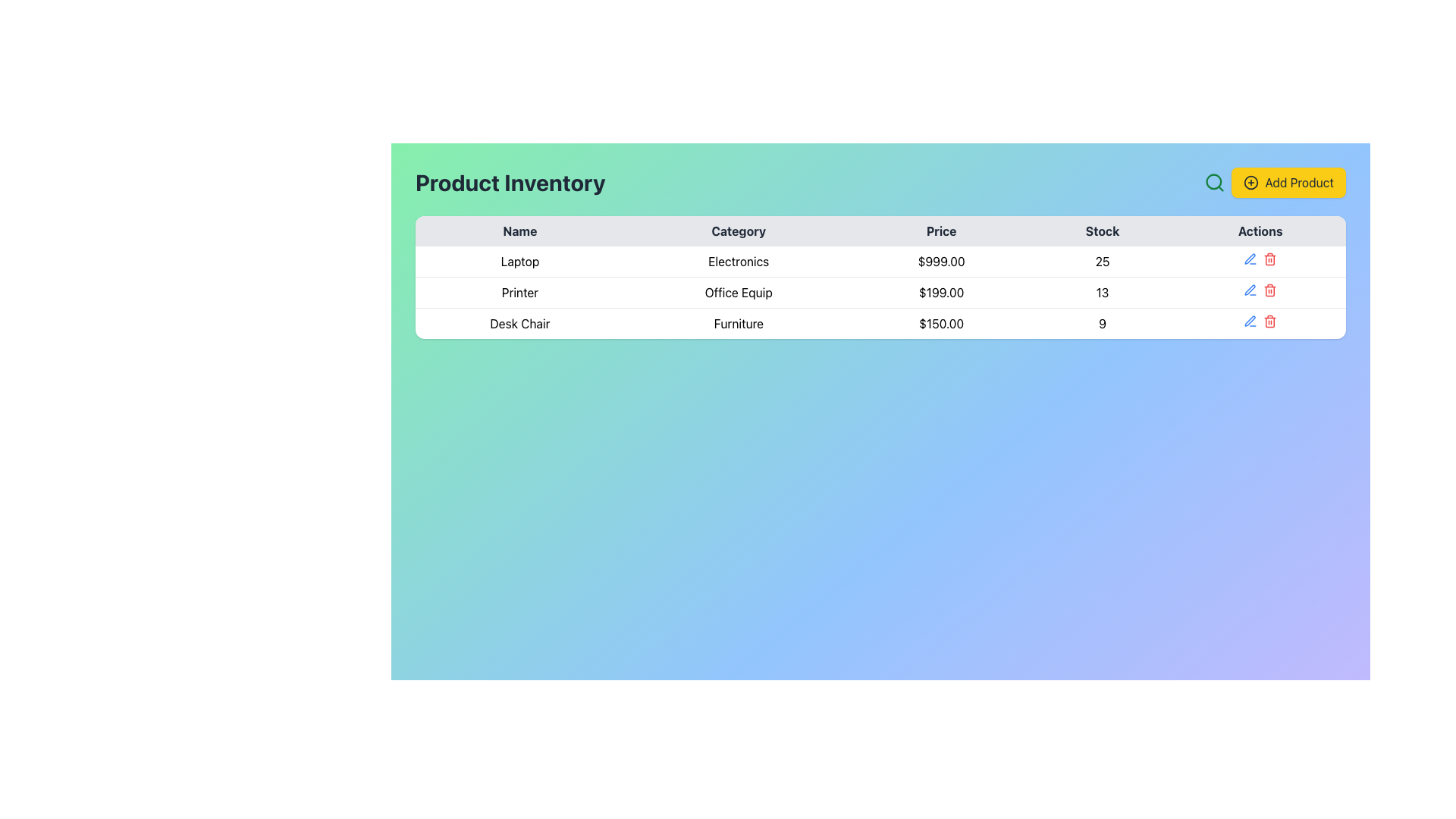 The image size is (1456, 819). Describe the element at coordinates (1251, 181) in the screenshot. I see `the SVG circle icon within the 'Add Product' button located at the top-right corner of the page to view context options` at that location.